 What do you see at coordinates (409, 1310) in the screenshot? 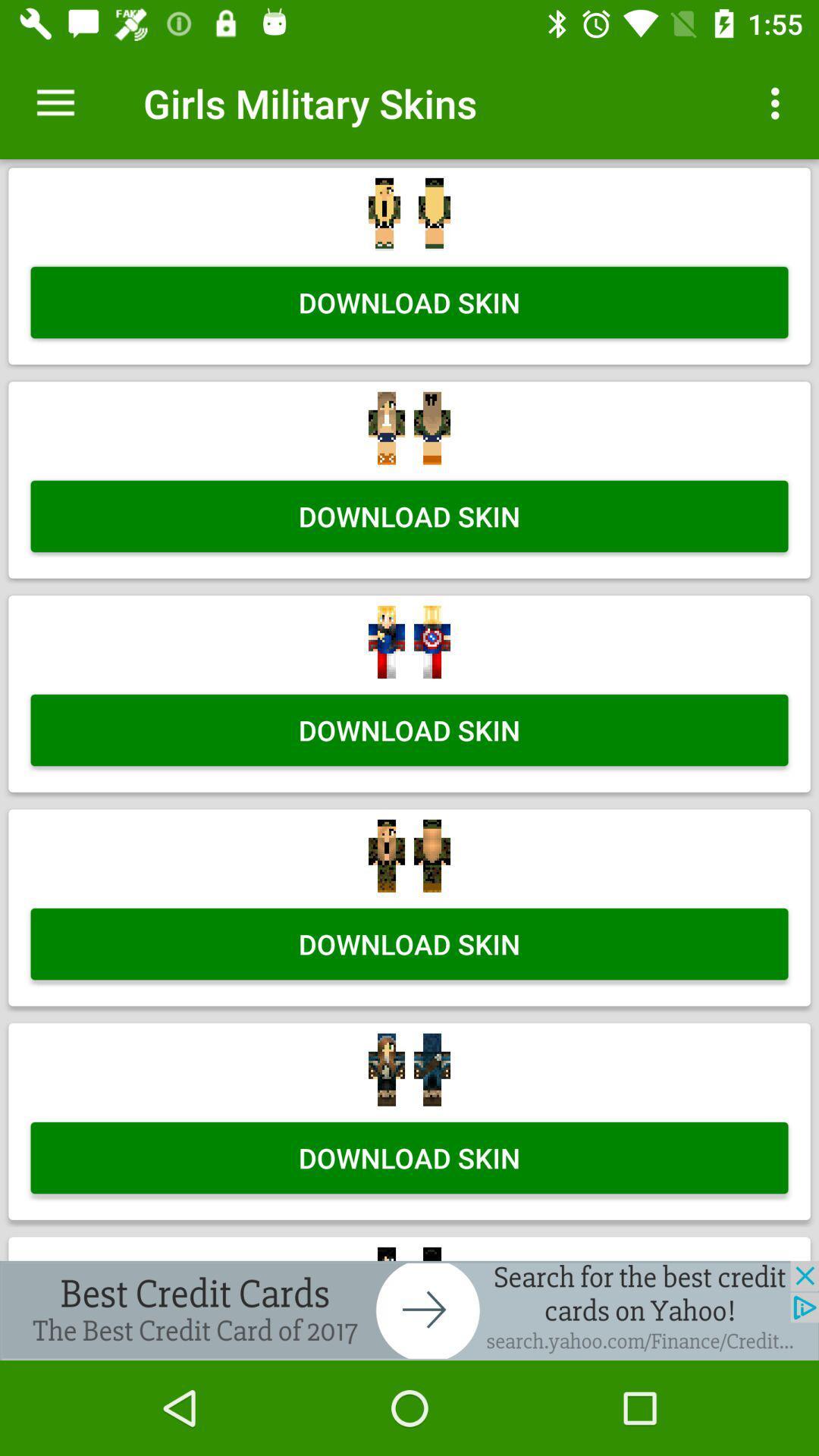
I see `go back` at bounding box center [409, 1310].